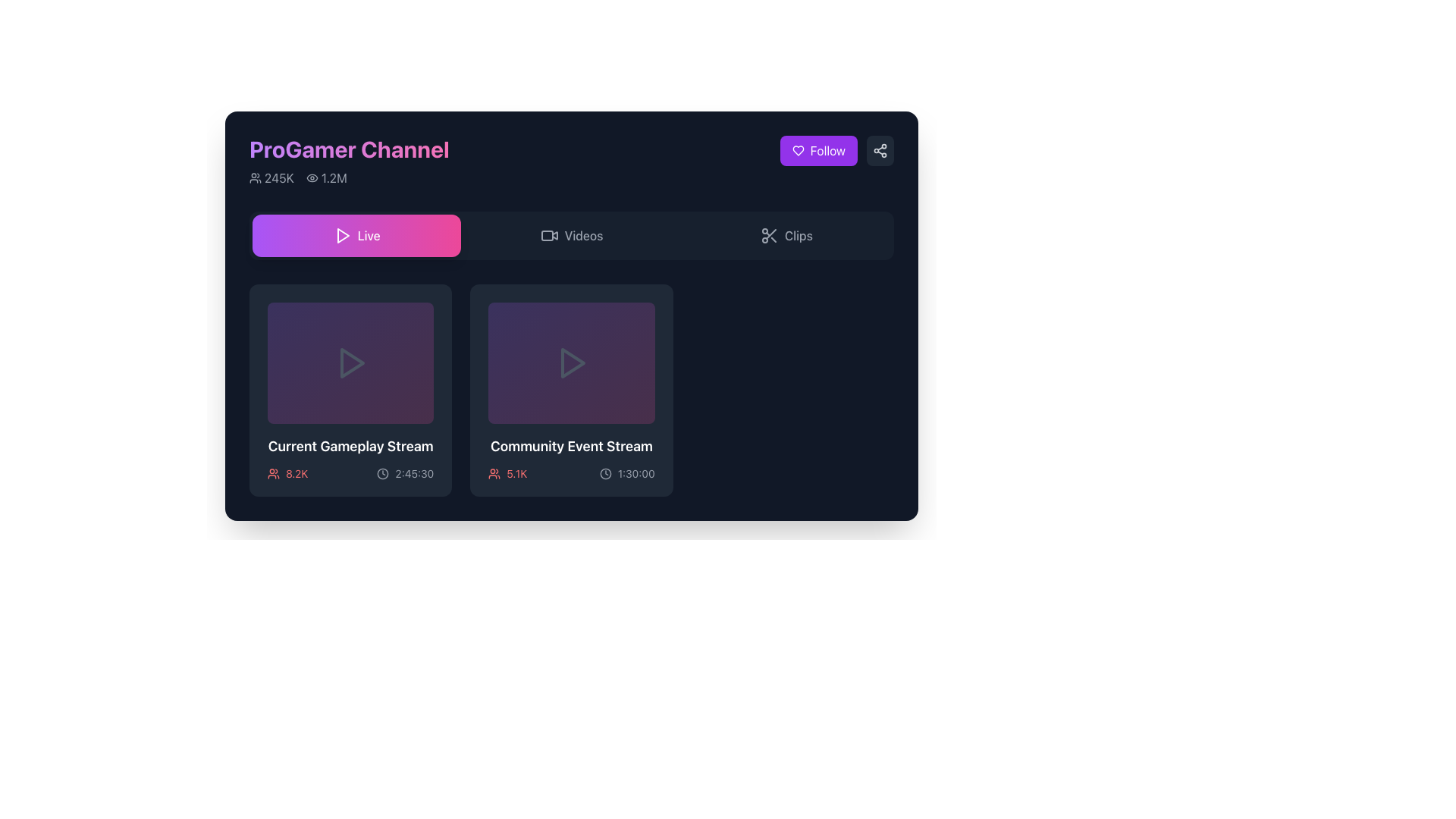  What do you see at coordinates (297, 472) in the screenshot?
I see `value displayed in the Text Label that shows the number of viewers or participants next to the user icon in the bottom-left area of the 'Current Gameplay Stream' card` at bounding box center [297, 472].